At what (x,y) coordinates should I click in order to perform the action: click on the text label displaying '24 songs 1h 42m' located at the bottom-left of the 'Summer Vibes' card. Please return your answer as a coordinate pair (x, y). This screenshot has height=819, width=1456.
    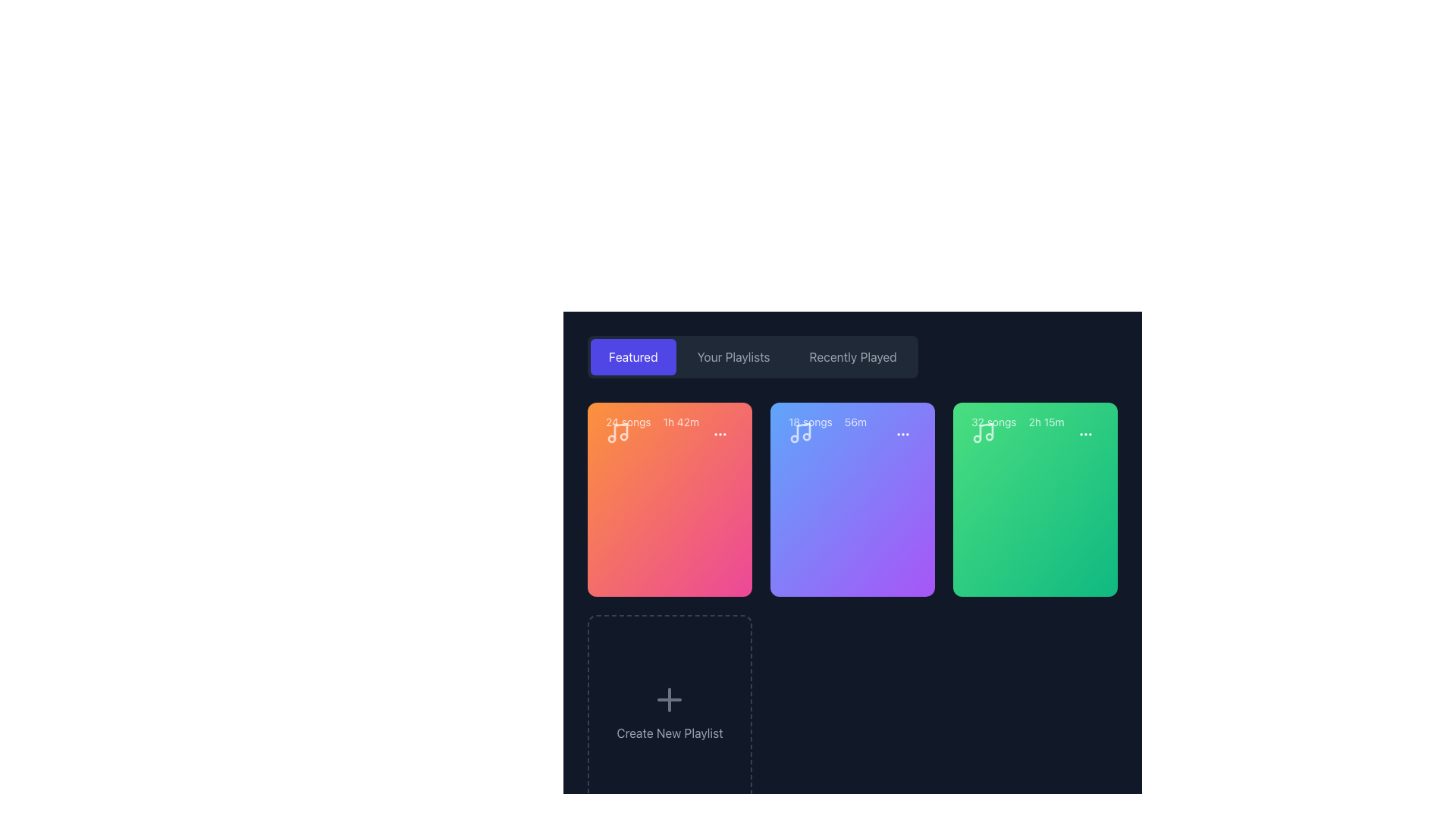
    Looking at the image, I should click on (652, 422).